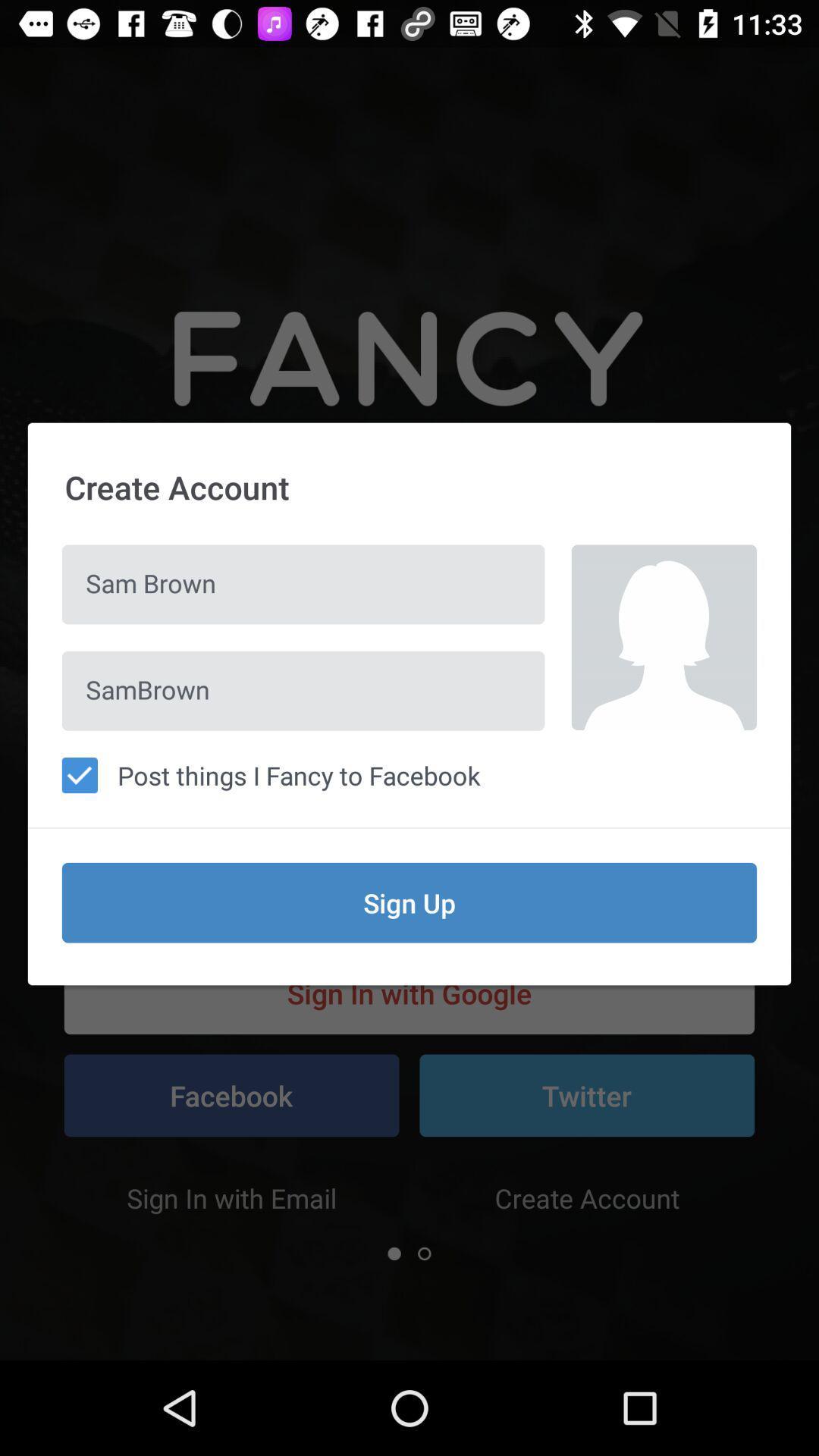  I want to click on item on the right, so click(663, 637).